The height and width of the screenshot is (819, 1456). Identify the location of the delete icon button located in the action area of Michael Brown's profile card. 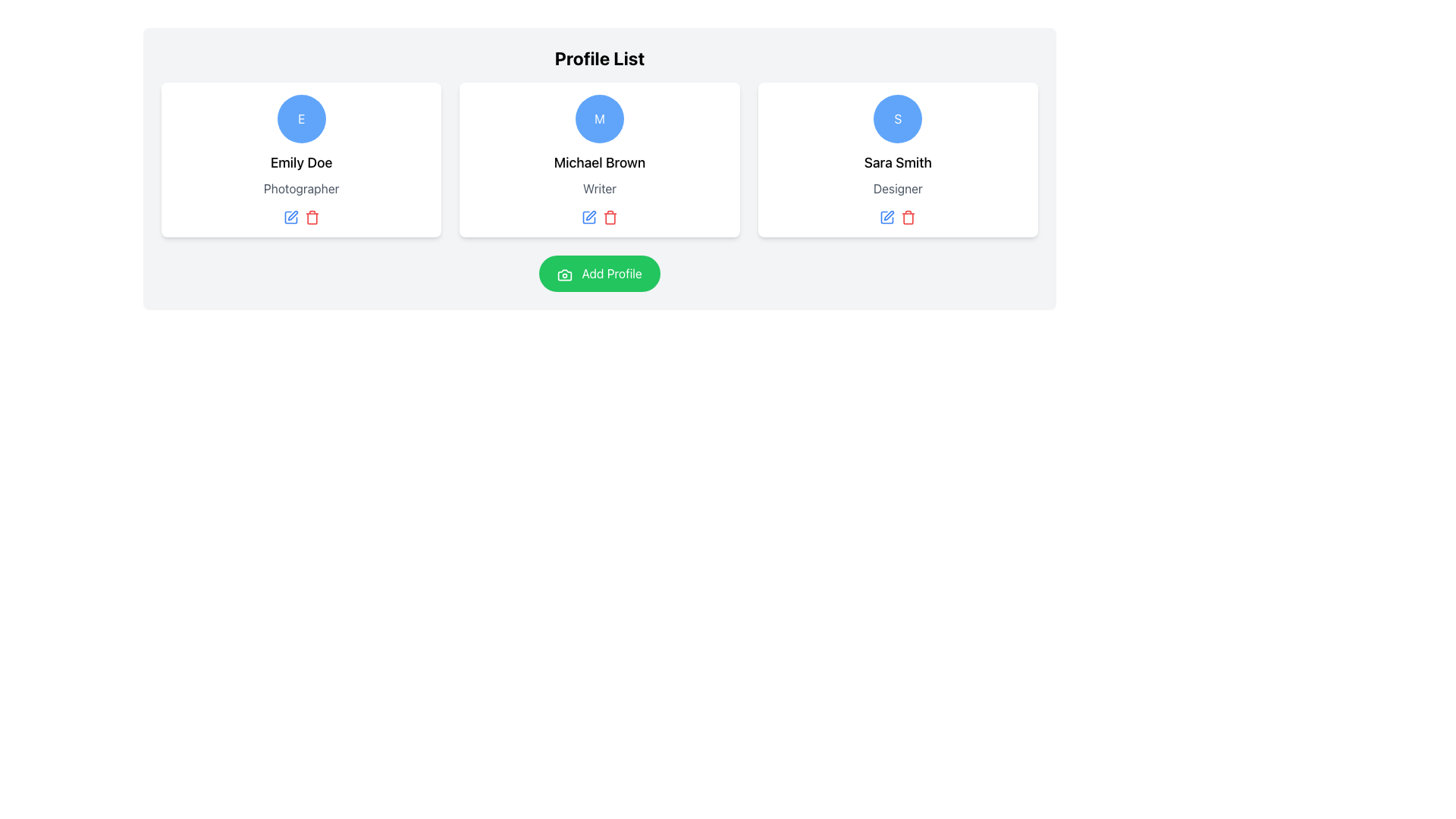
(610, 217).